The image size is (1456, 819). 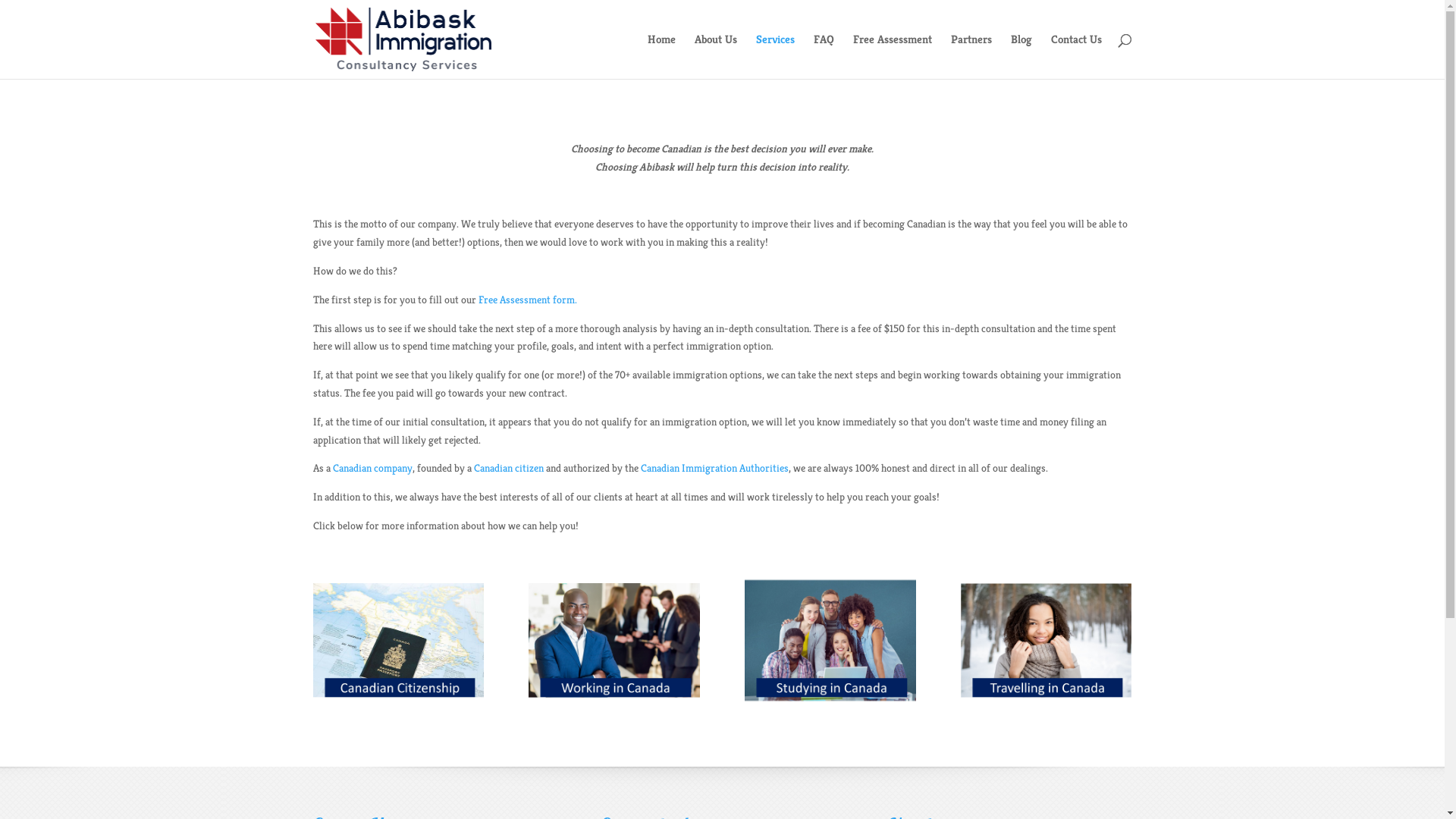 What do you see at coordinates (372, 467) in the screenshot?
I see `'Canadian company'` at bounding box center [372, 467].